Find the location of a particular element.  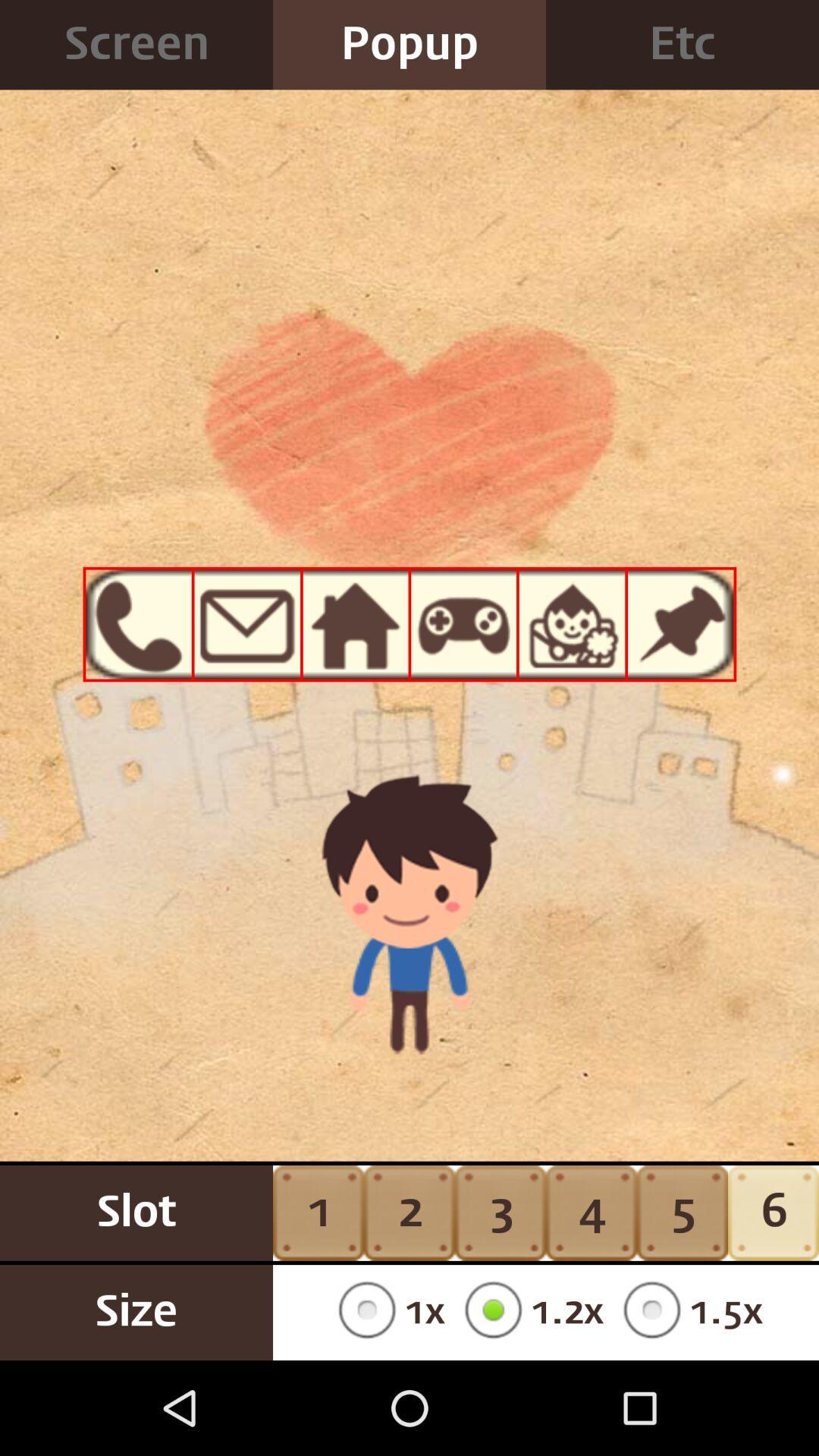

icon next to screen icon is located at coordinates (409, 45).